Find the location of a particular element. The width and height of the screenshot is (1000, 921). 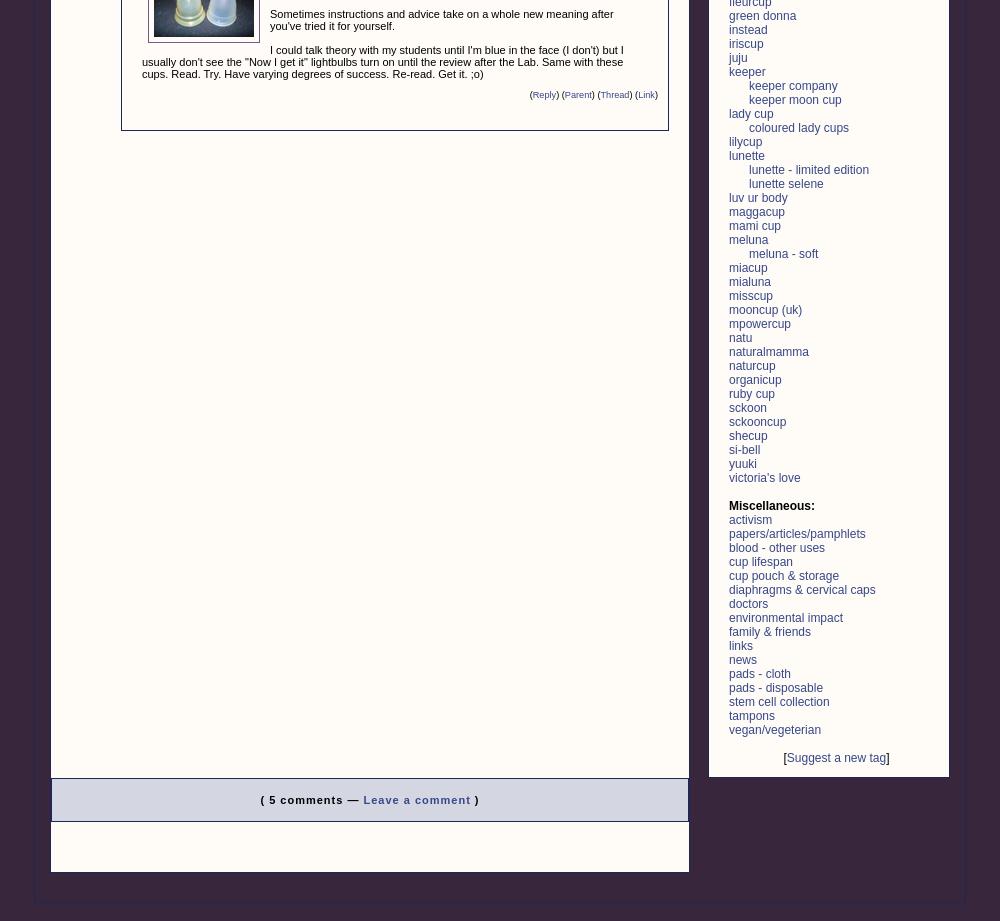

'blood - other uses' is located at coordinates (777, 546).